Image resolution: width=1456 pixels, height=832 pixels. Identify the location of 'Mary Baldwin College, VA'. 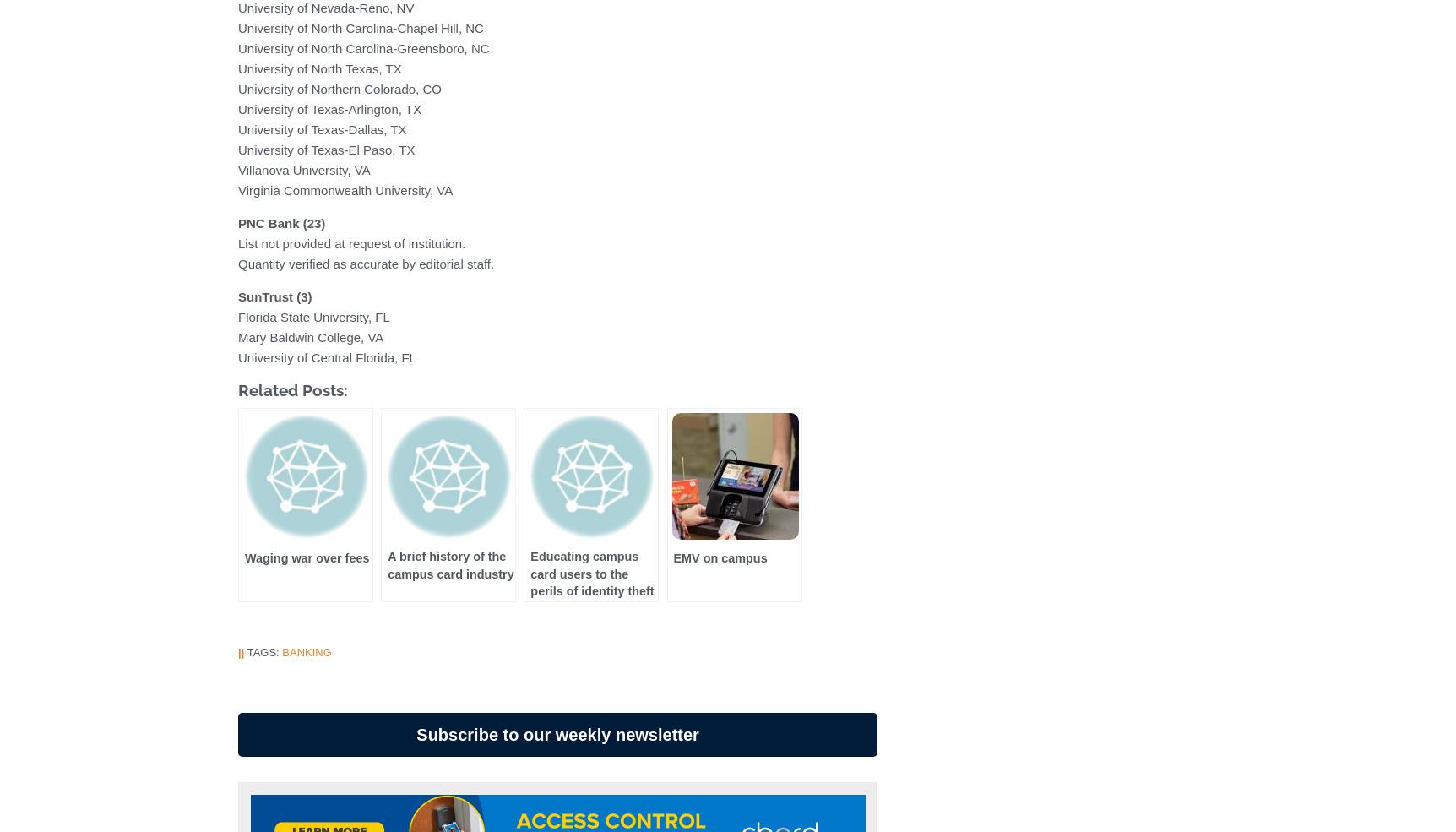
(310, 335).